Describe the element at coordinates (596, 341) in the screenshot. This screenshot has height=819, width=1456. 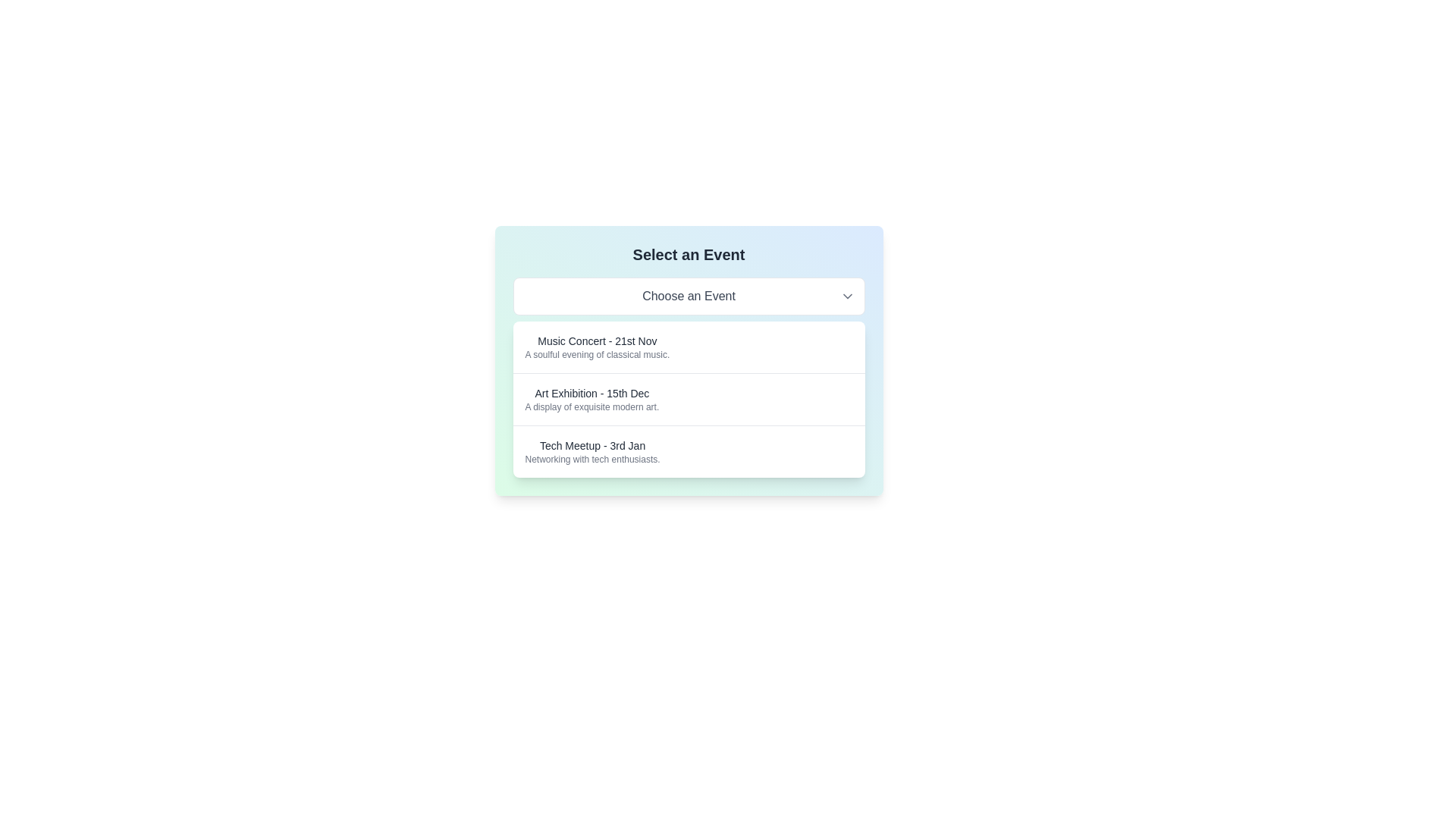
I see `text displayed in the title label that says 'Music Concert - 21st Nov', which is positioned at the top-left of the event listing area` at that location.